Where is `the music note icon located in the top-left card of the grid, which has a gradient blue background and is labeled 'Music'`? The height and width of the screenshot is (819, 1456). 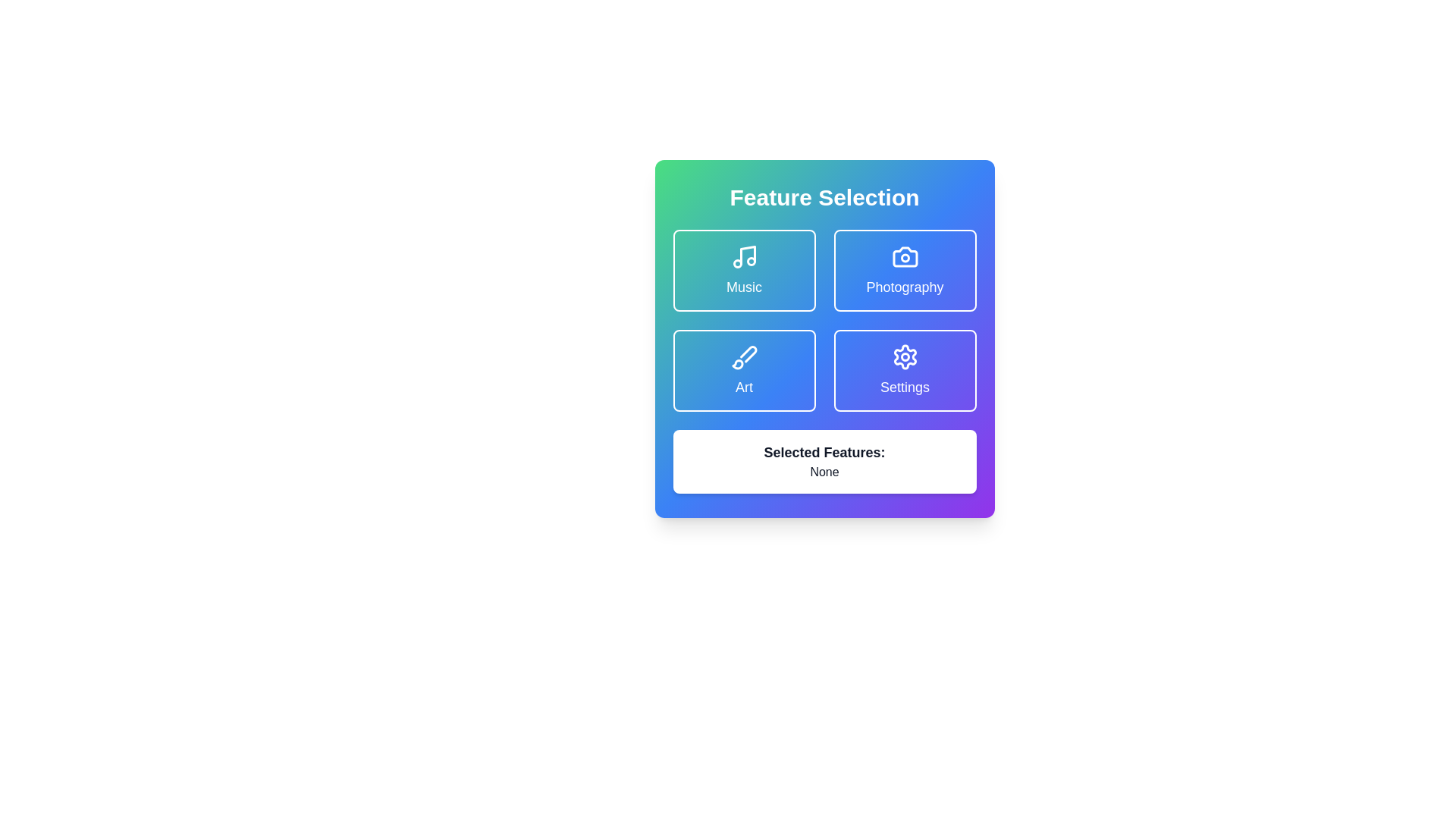 the music note icon located in the top-left card of the grid, which has a gradient blue background and is labeled 'Music' is located at coordinates (747, 254).